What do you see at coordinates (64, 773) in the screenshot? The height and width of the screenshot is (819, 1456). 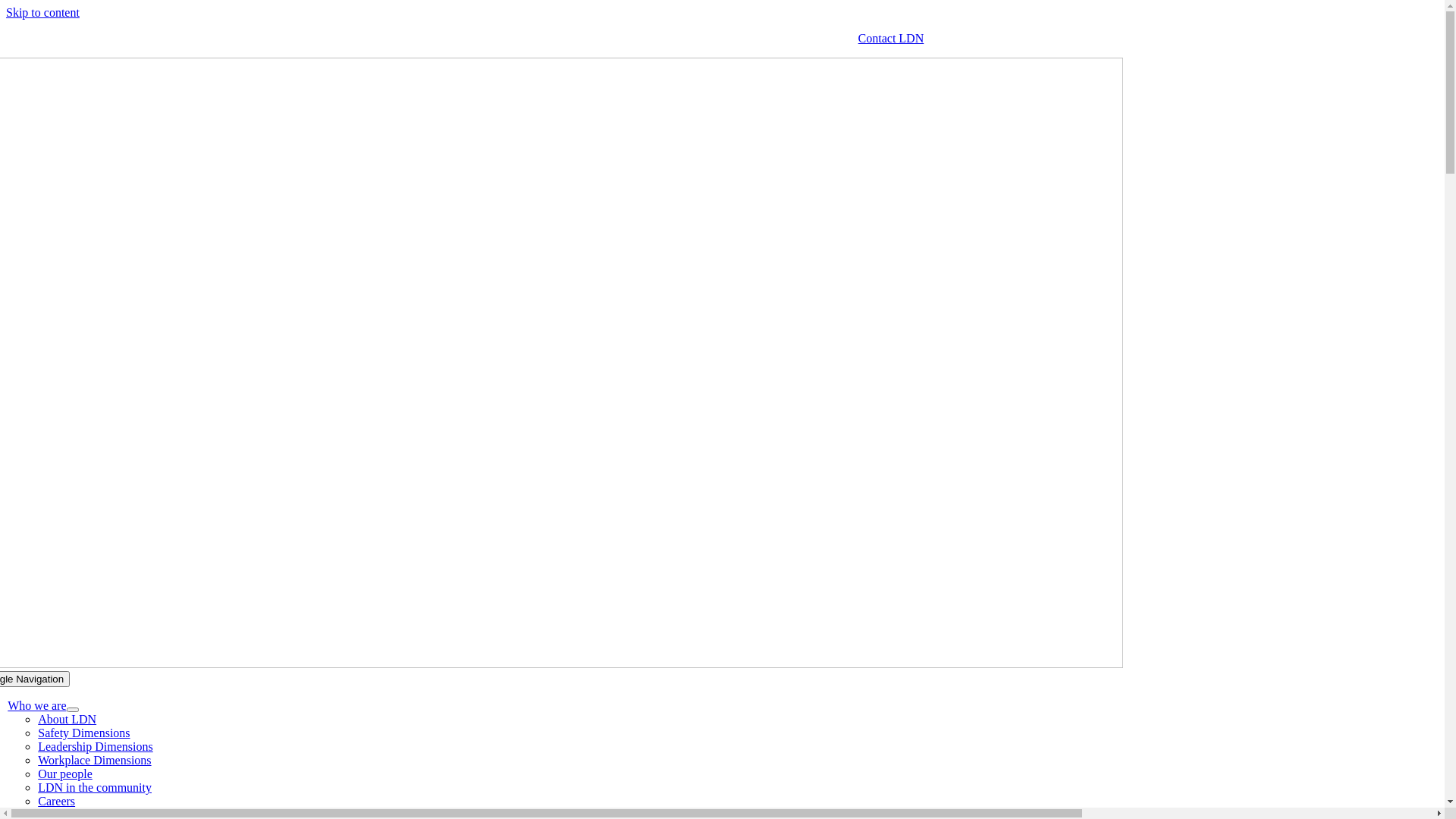 I see `'Our people'` at bounding box center [64, 773].